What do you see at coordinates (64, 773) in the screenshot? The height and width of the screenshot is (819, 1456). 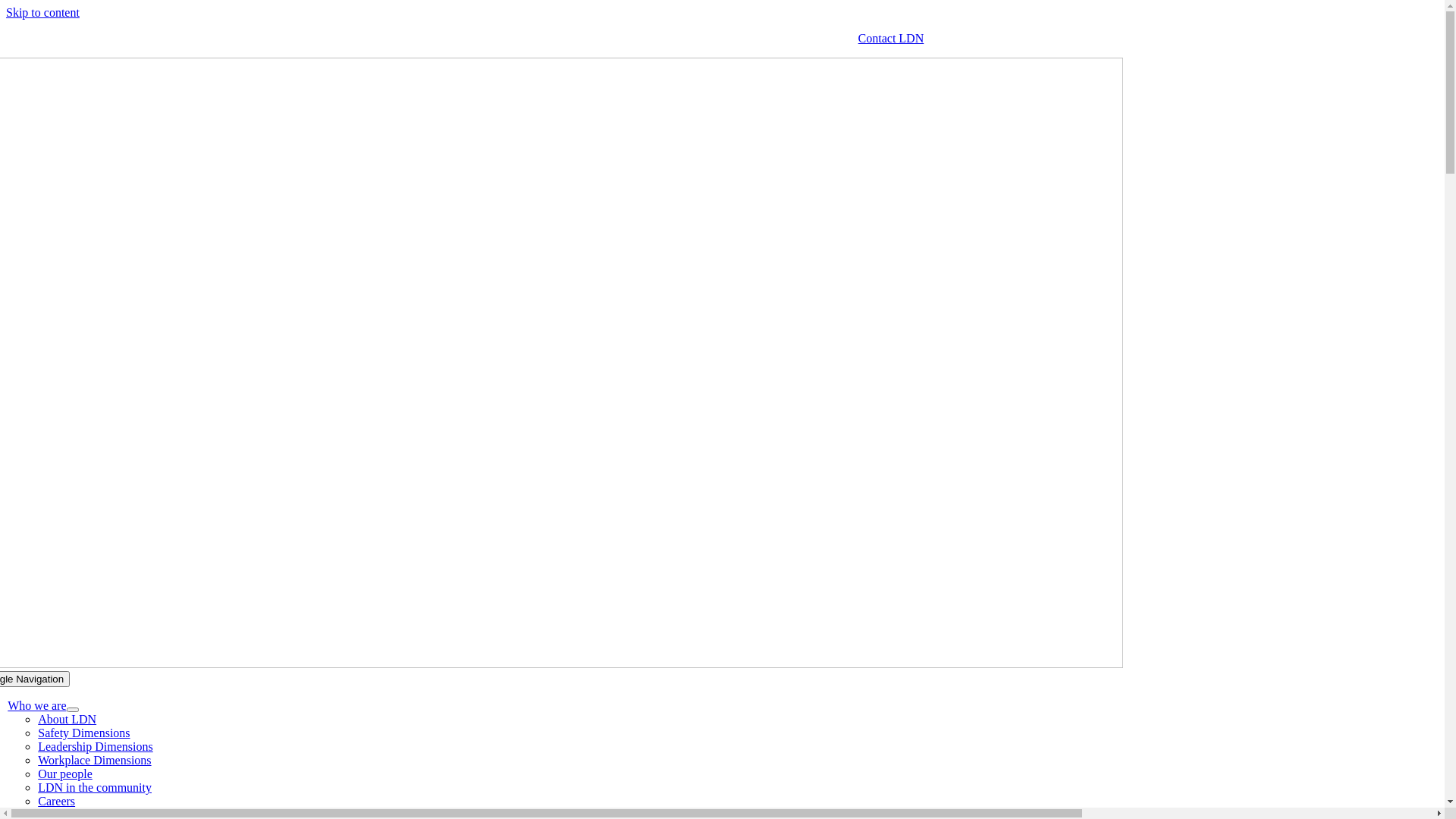 I see `'Our people'` at bounding box center [64, 773].